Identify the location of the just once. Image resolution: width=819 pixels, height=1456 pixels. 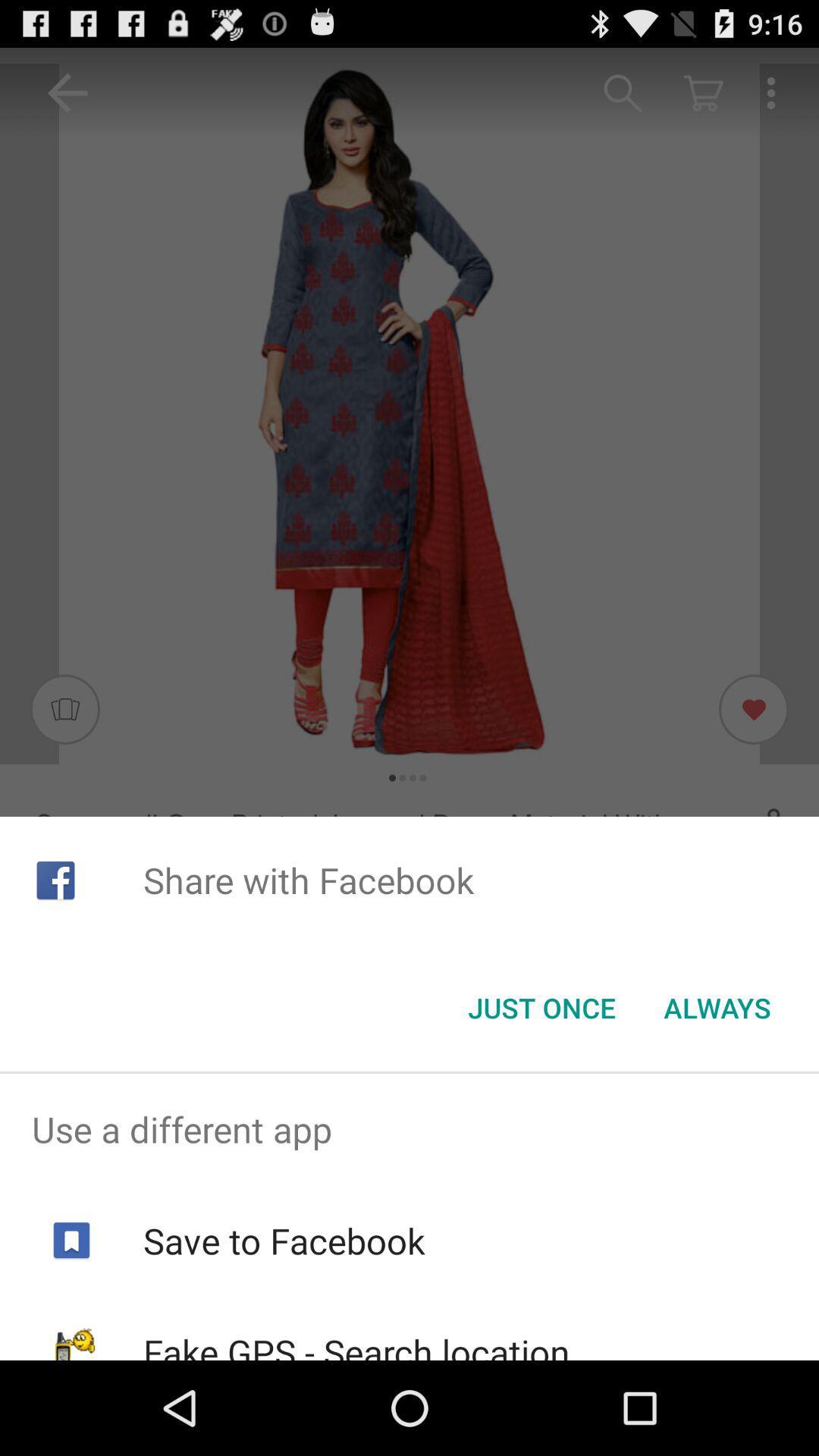
(541, 1008).